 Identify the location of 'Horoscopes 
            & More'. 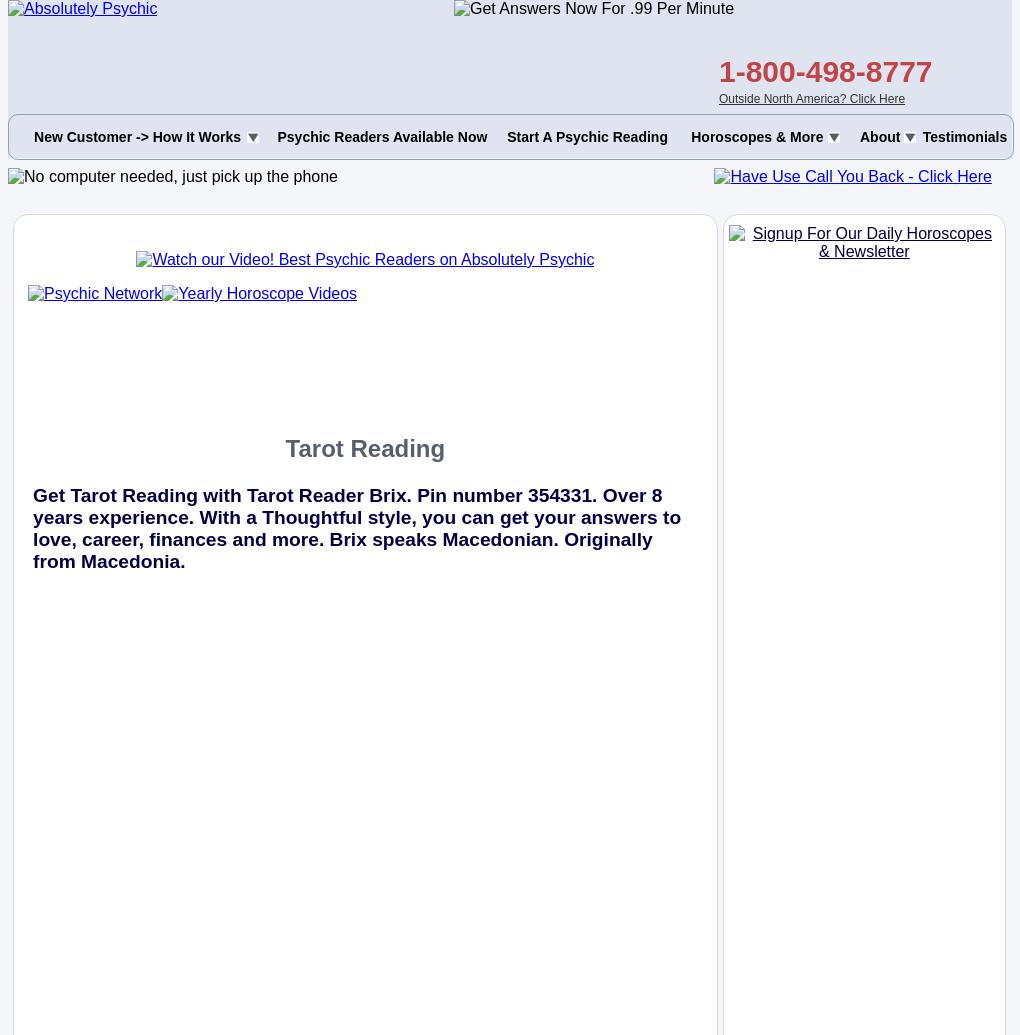
(757, 137).